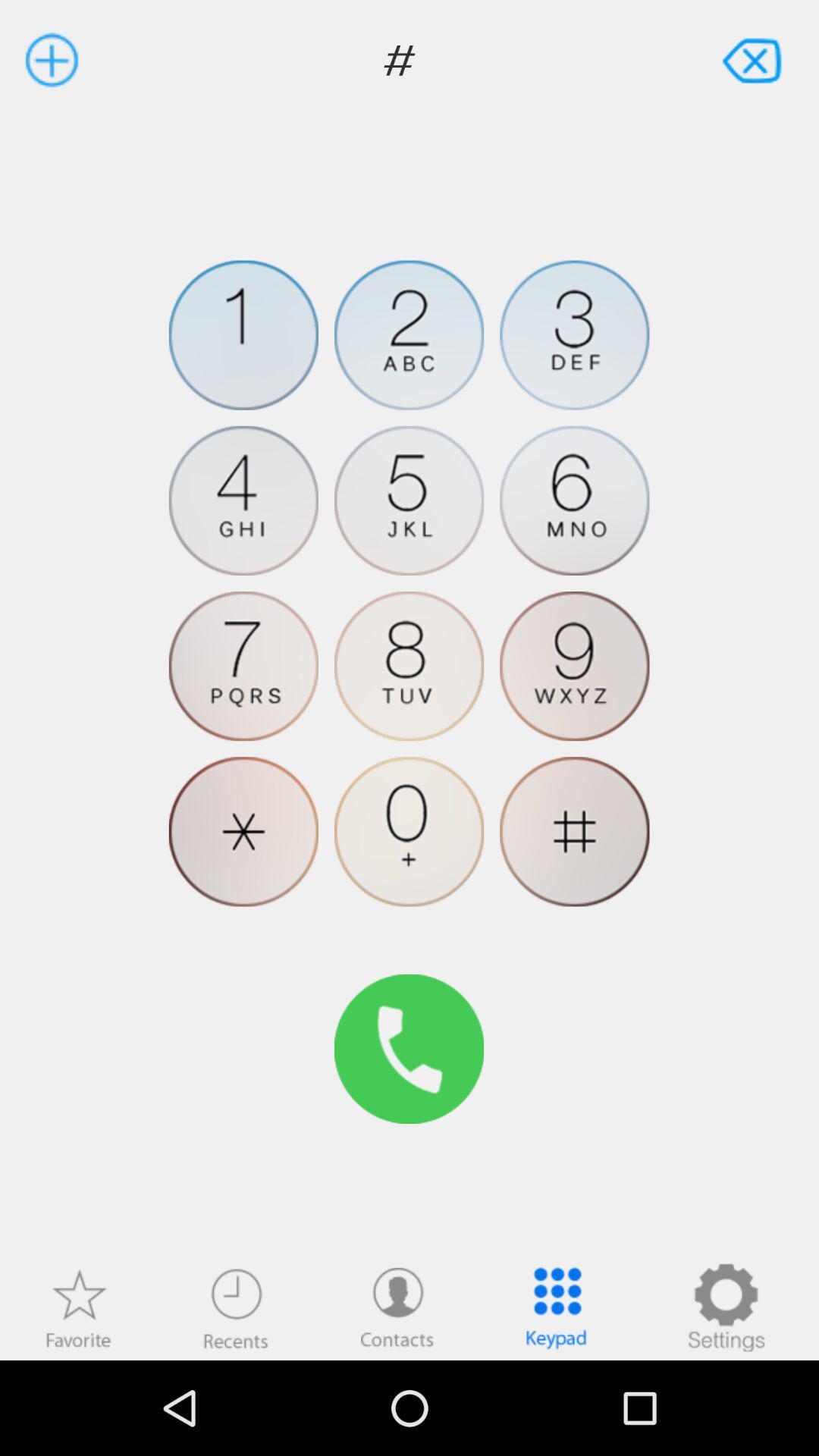  Describe the element at coordinates (574, 666) in the screenshot. I see `dial 9` at that location.